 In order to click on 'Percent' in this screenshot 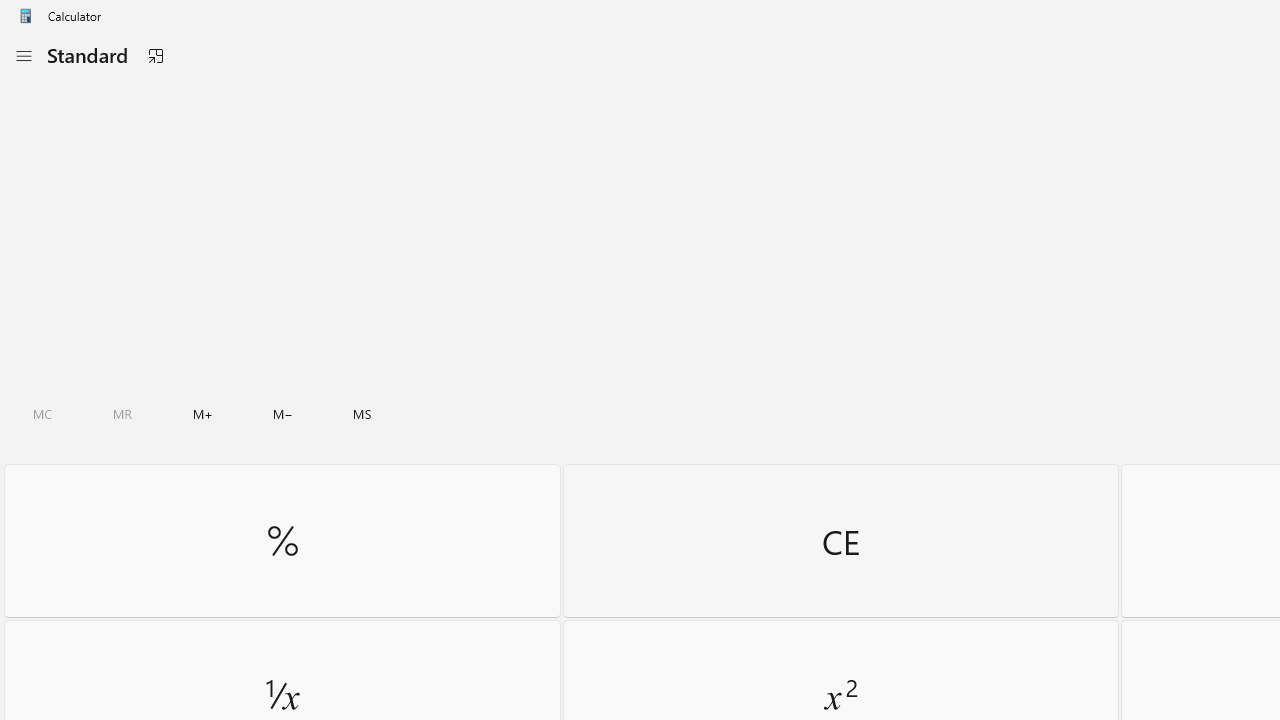, I will do `click(281, 540)`.